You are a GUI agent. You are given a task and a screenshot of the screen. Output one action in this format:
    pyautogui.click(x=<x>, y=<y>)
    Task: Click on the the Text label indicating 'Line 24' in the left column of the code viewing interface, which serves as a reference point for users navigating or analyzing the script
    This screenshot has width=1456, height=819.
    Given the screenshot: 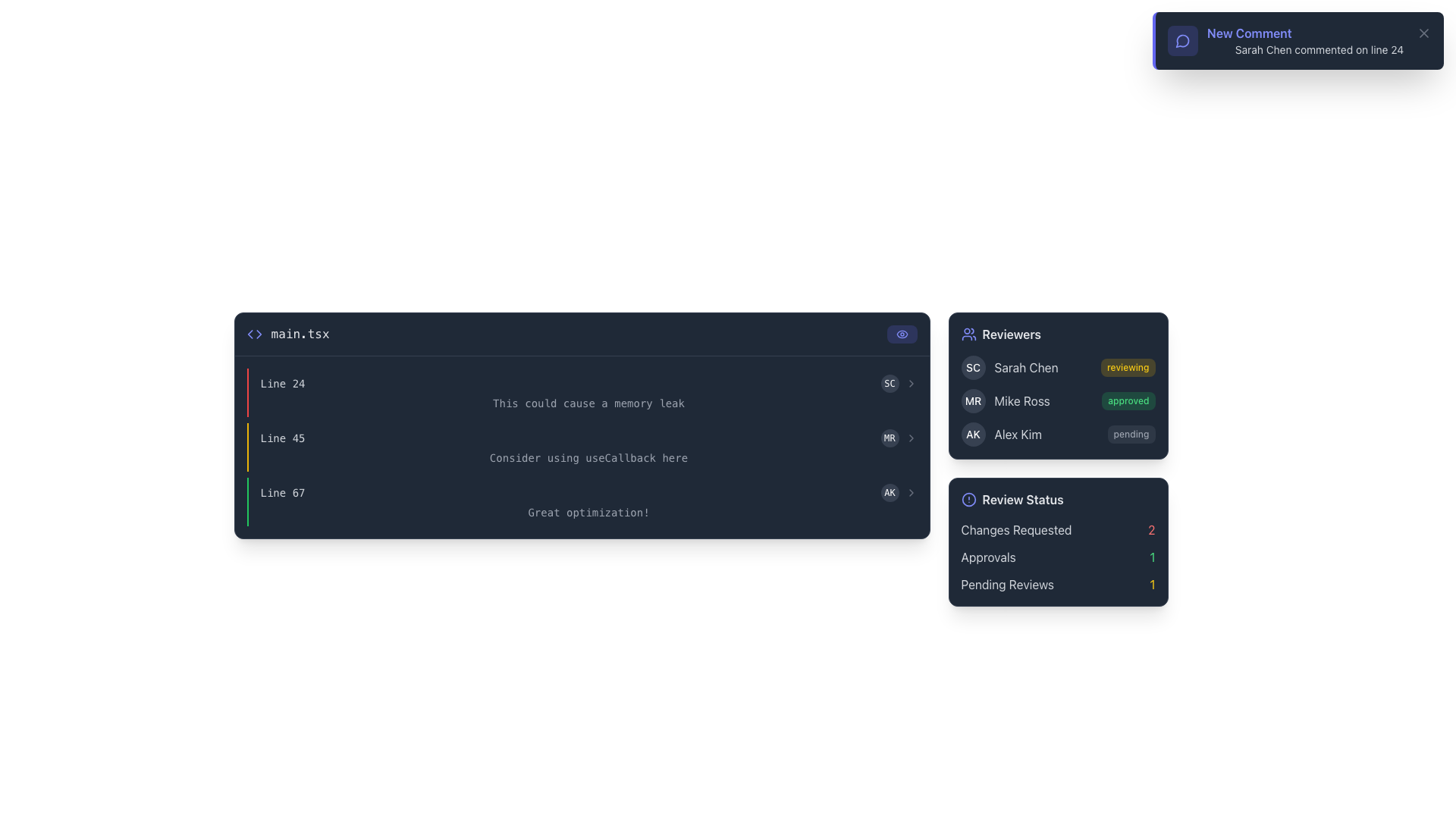 What is the action you would take?
    pyautogui.click(x=283, y=382)
    